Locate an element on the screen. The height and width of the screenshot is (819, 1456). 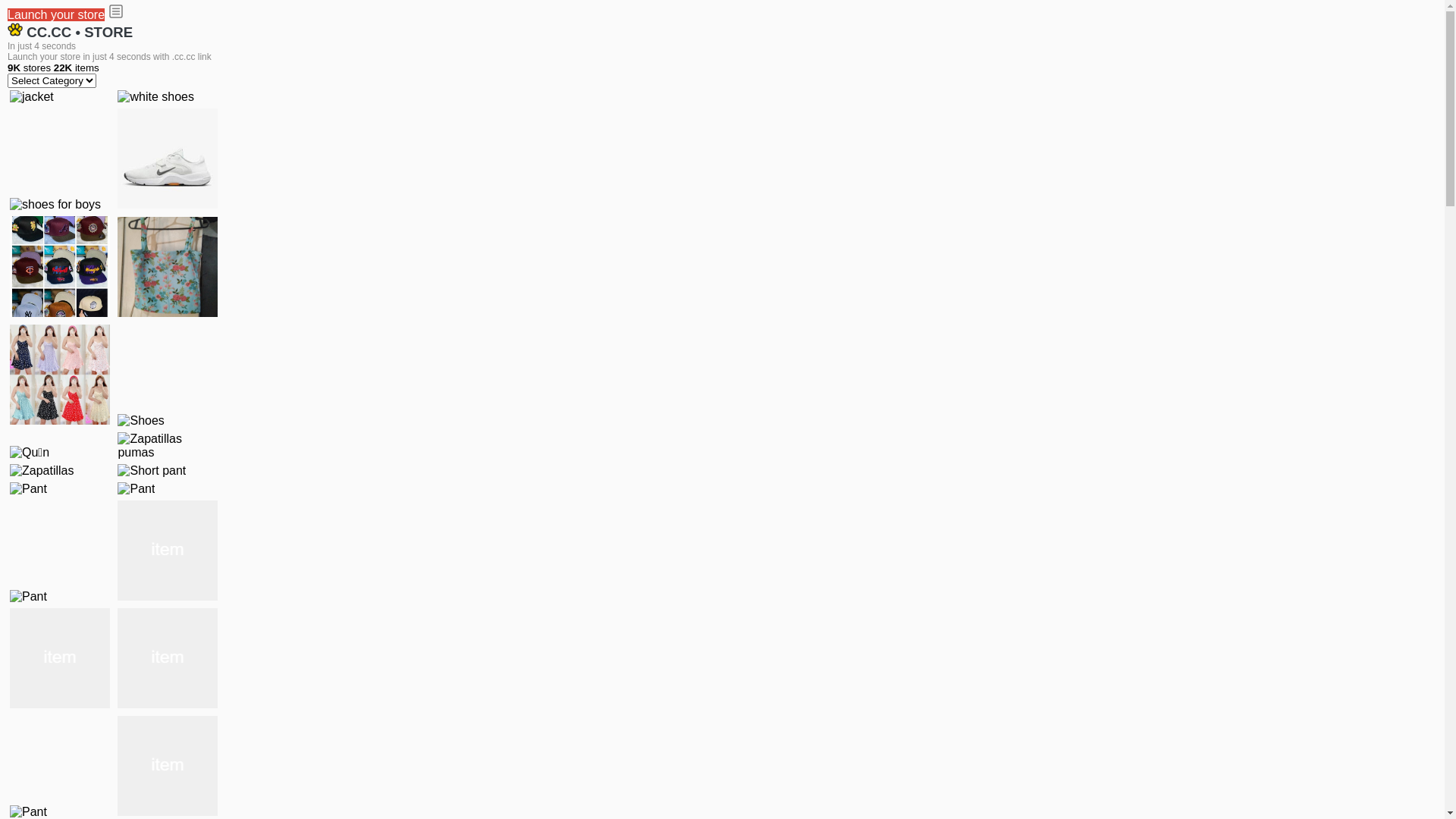
'Shoes' is located at coordinates (140, 421).